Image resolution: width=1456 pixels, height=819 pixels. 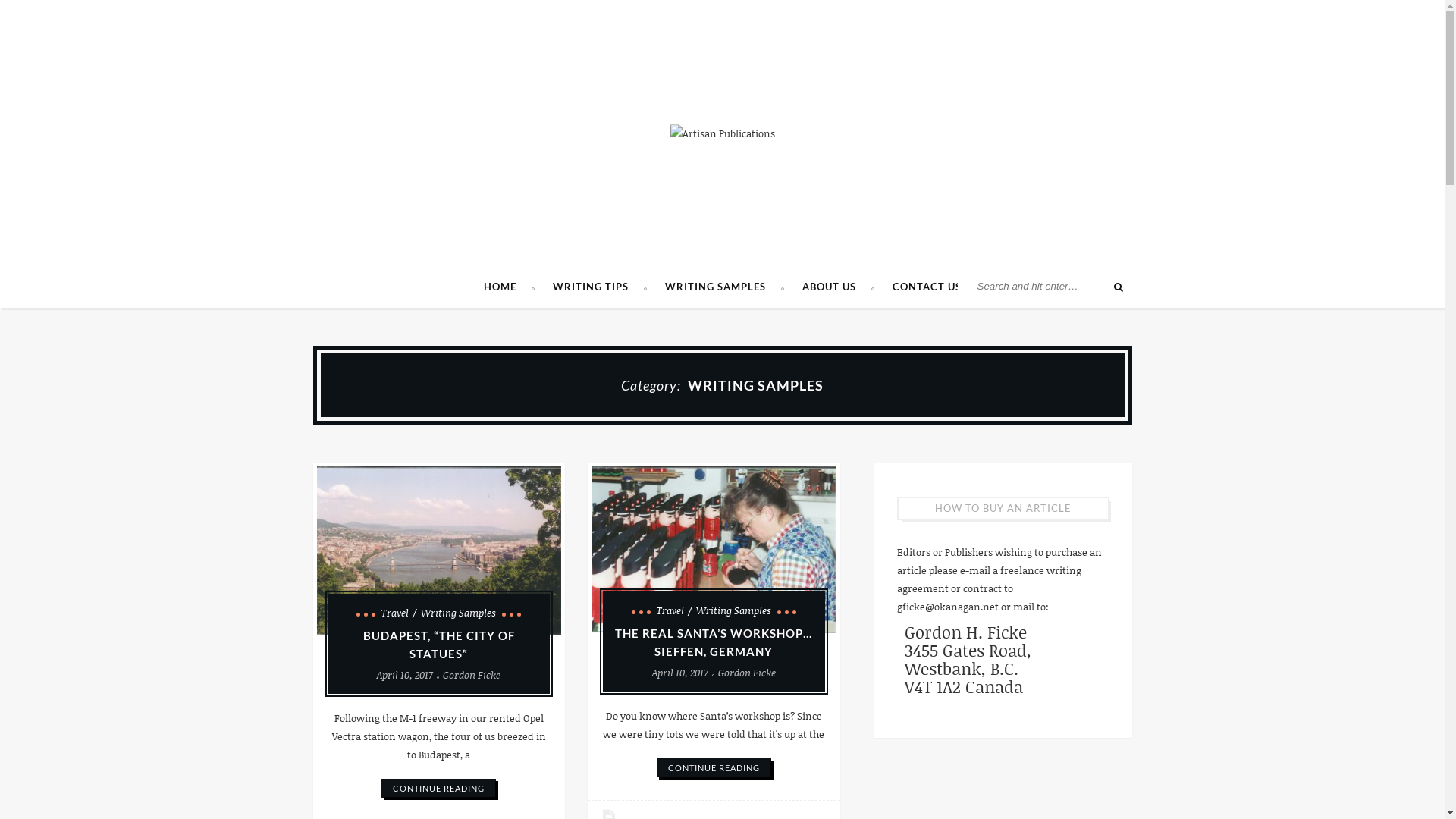 What do you see at coordinates (946, 605) in the screenshot?
I see `'gficke@okanagan.net'` at bounding box center [946, 605].